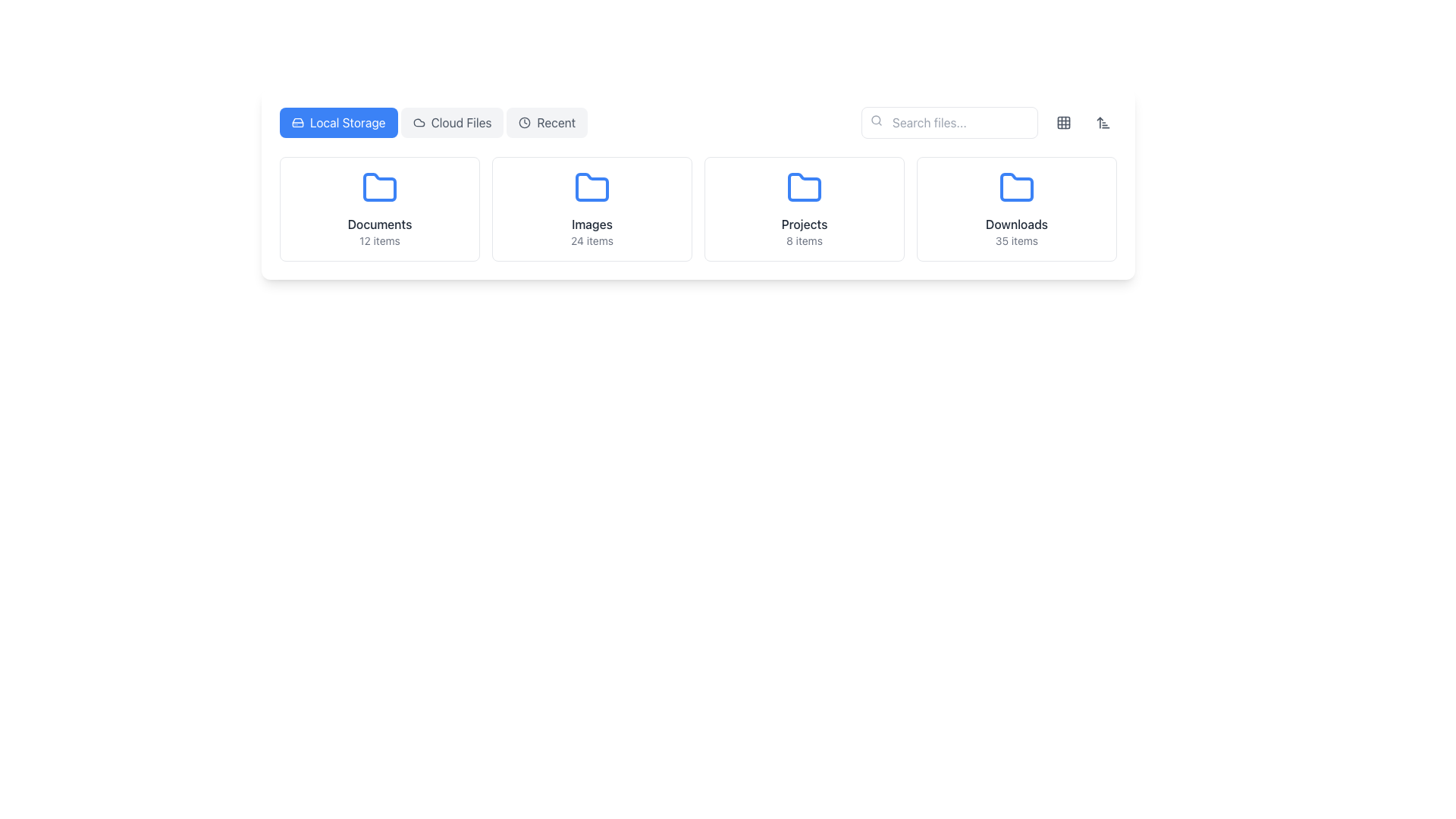  I want to click on text label 'Documents' which is styled in medium-weight gray font, located above the subtext within the first folder card on the left, so click(379, 224).